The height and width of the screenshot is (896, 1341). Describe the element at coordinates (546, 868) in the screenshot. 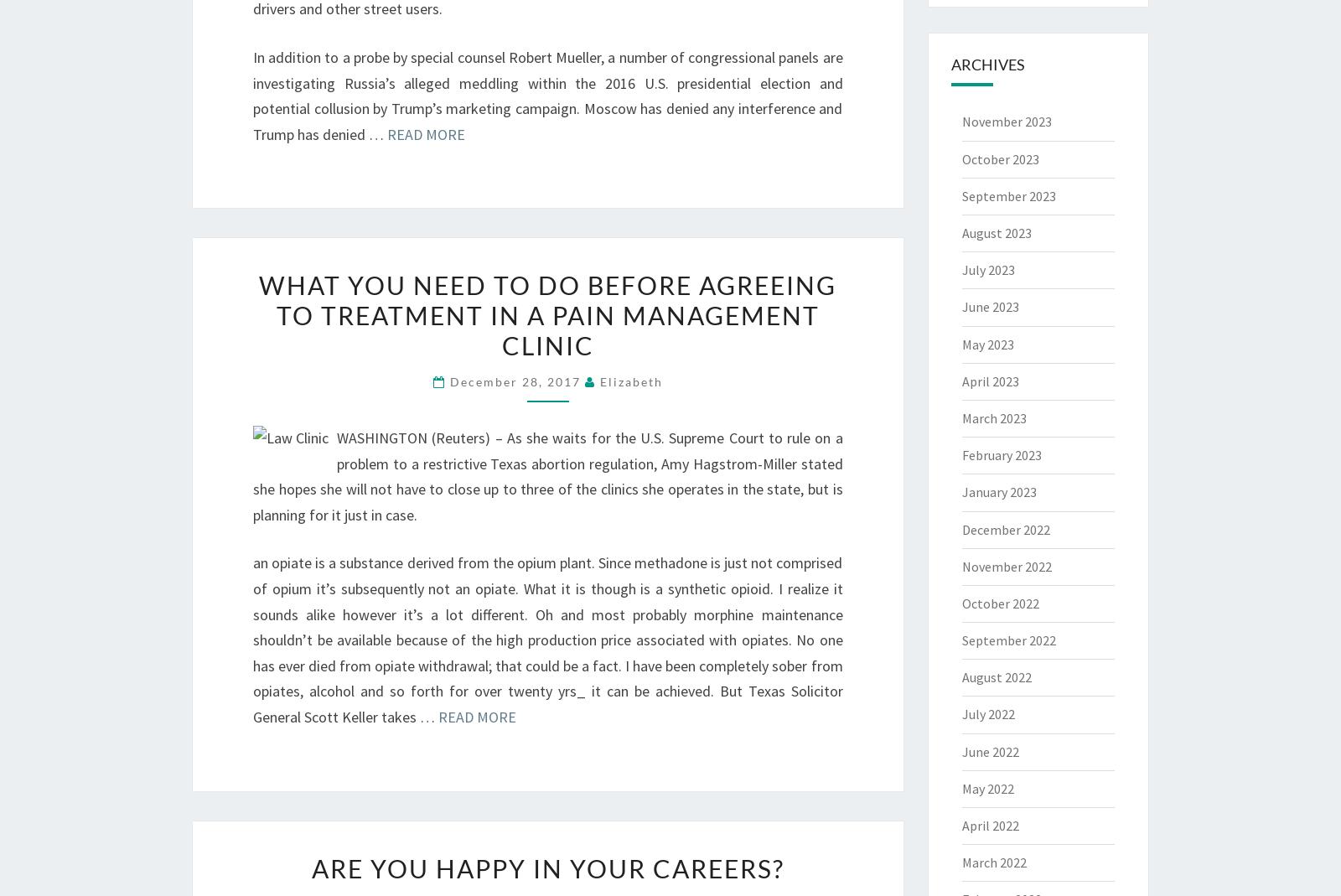

I see `'Are You Happy In Your Careers?'` at that location.